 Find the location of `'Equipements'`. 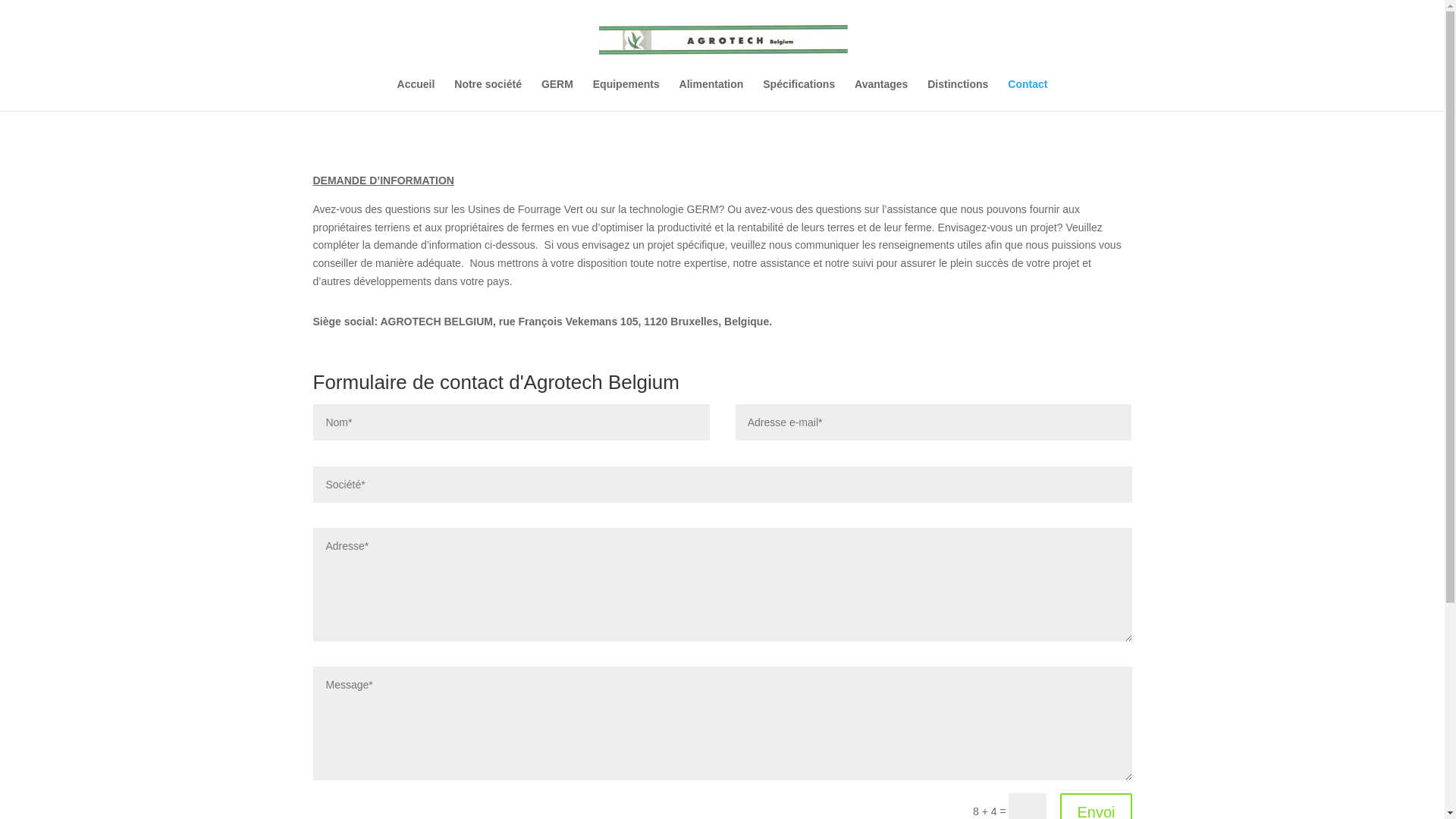

'Equipements' is located at coordinates (626, 94).